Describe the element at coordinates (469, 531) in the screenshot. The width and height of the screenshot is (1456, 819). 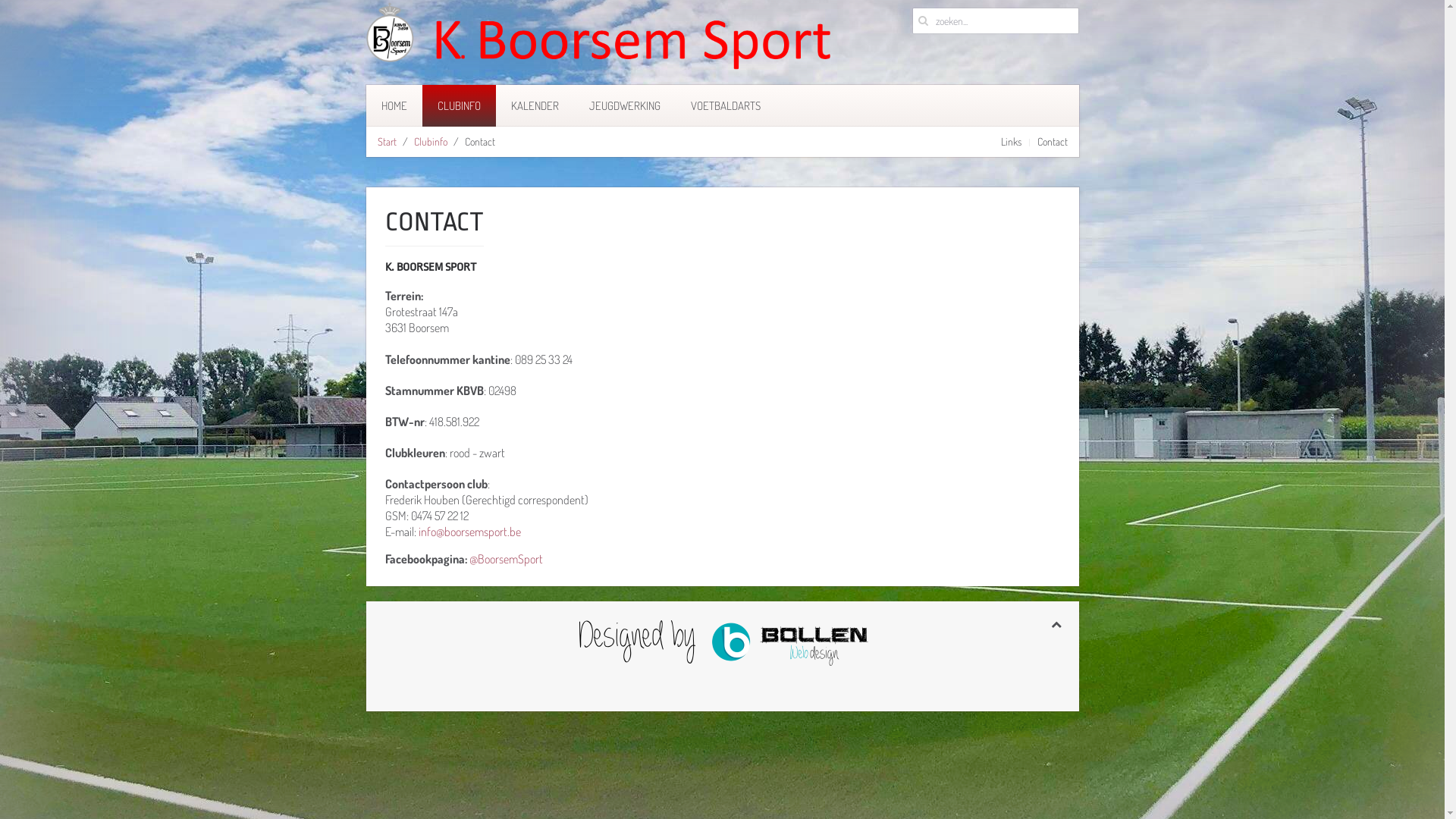
I see `'info@boorsemsport.be'` at that location.